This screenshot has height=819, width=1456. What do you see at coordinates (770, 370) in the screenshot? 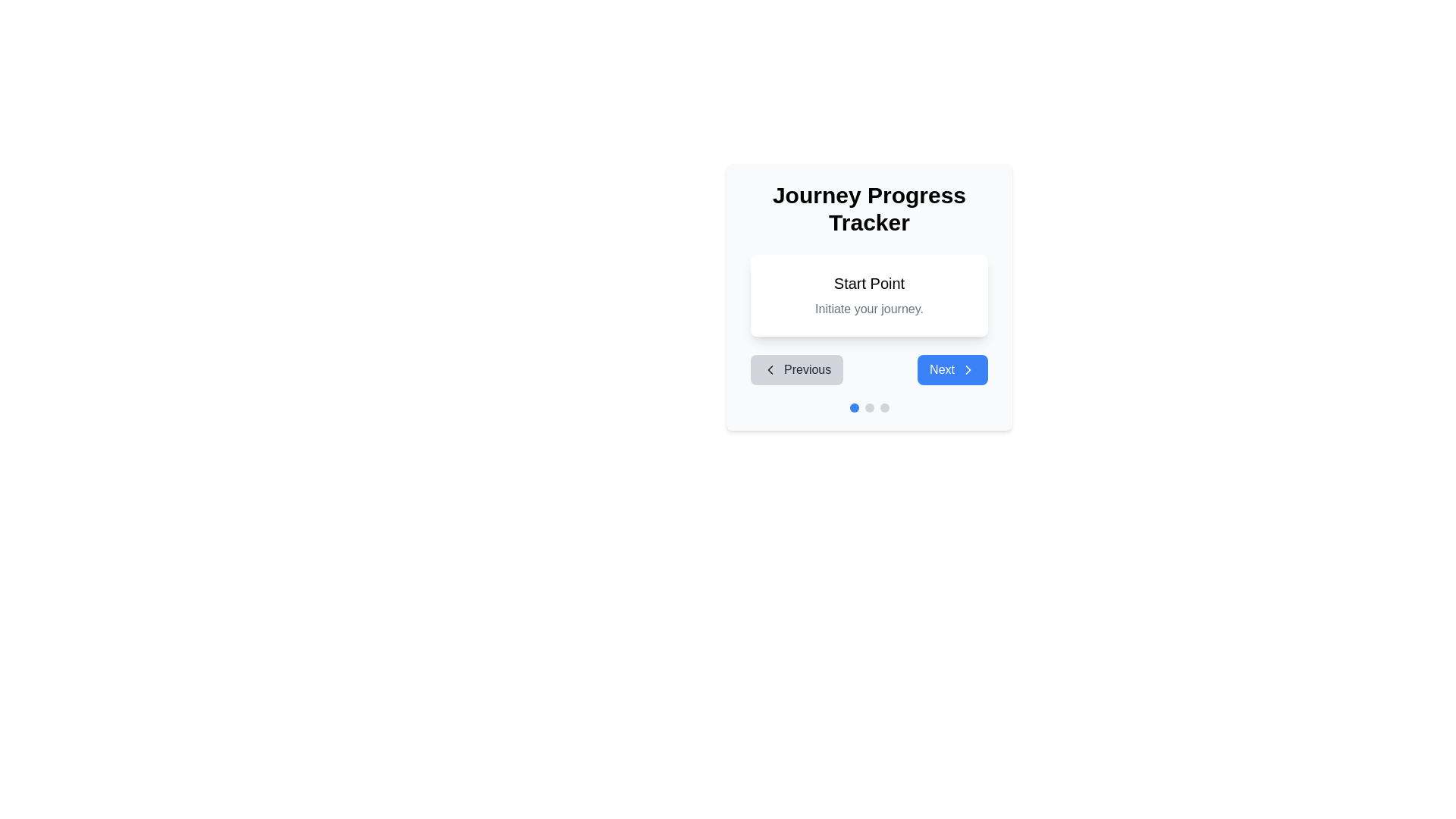
I see `the backward navigation button icon labeled 'Previous' for accessibility purposes` at bounding box center [770, 370].